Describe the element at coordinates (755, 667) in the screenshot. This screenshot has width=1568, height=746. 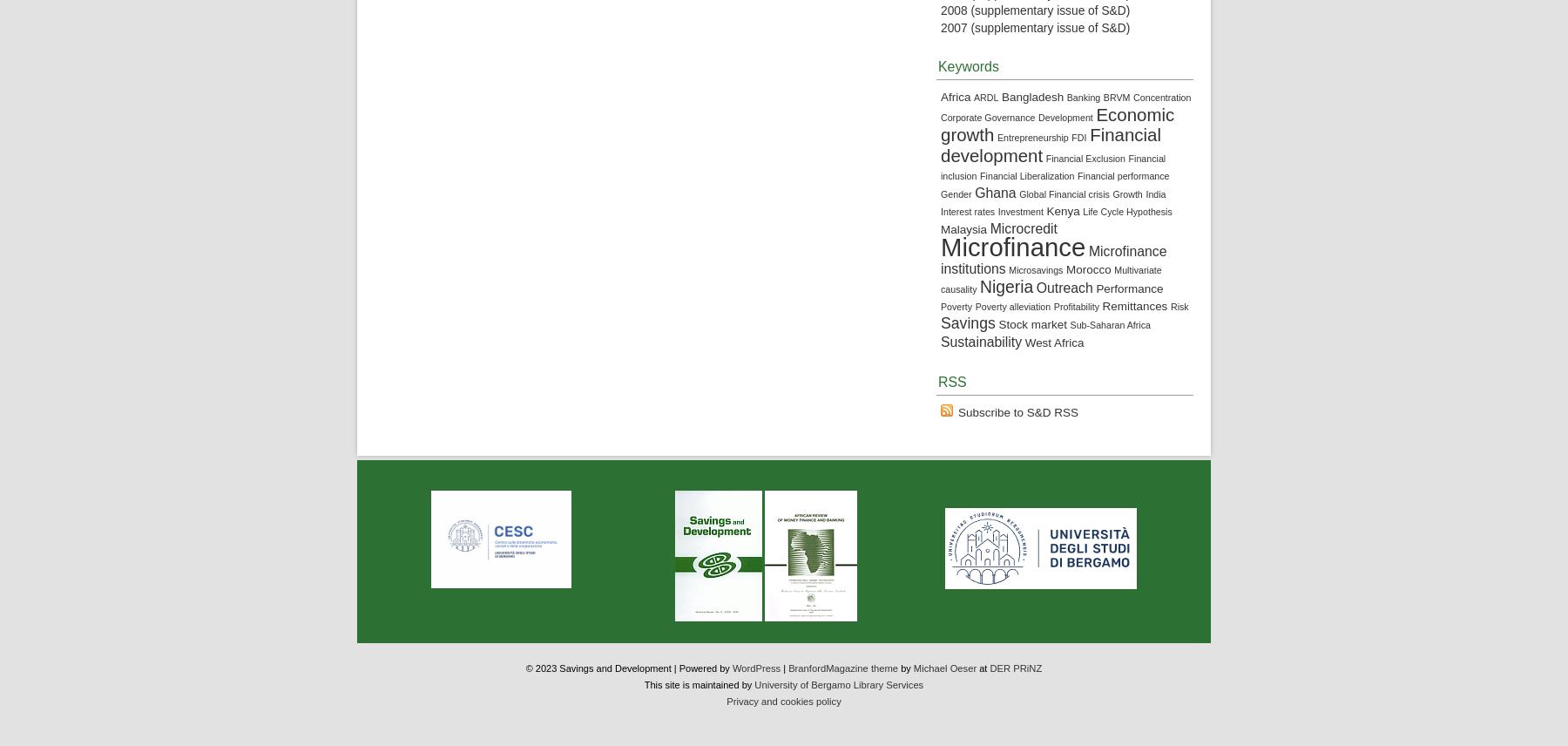
I see `'WordPress'` at that location.